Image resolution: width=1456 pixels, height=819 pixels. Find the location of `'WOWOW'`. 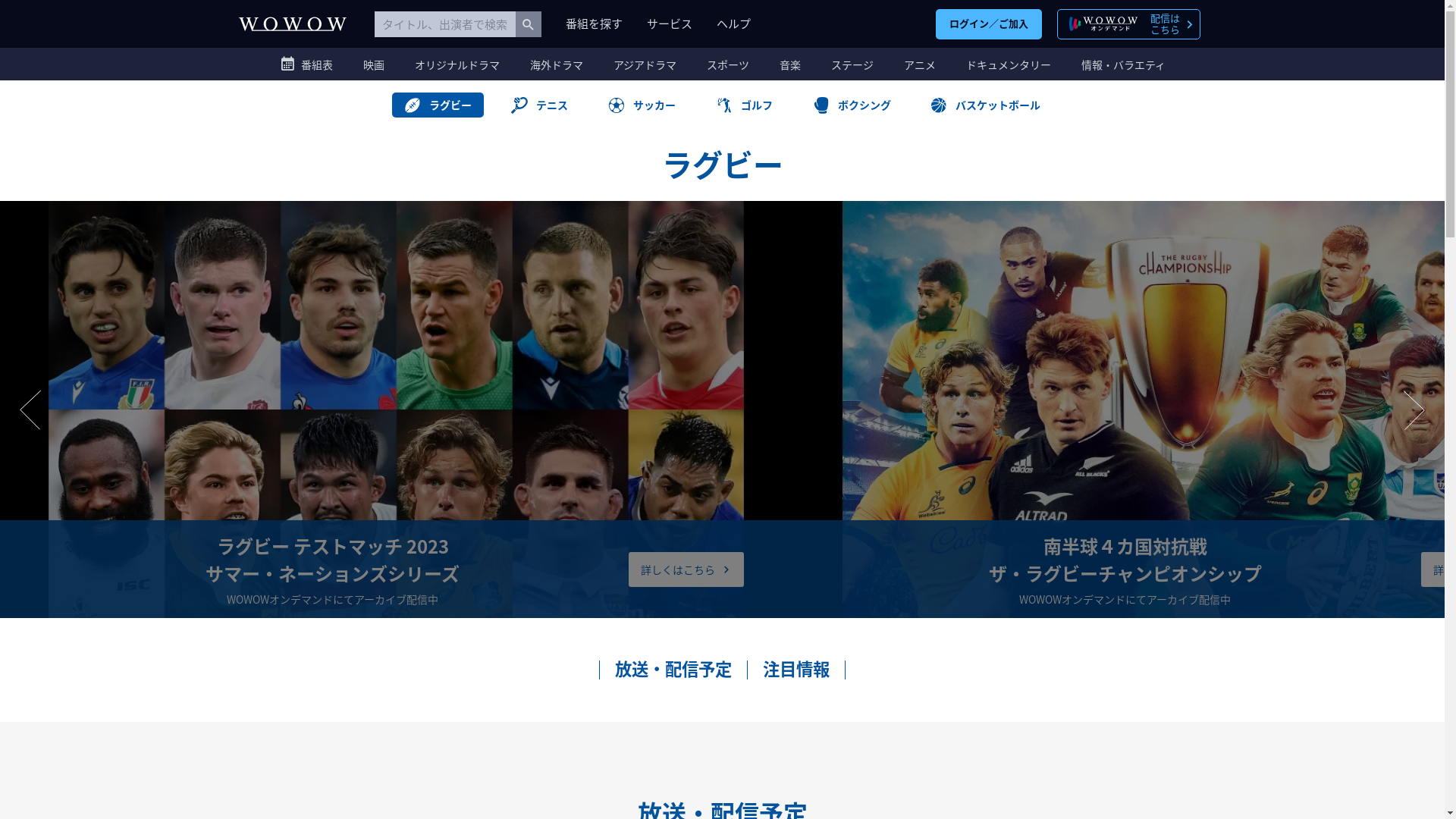

'WOWOW' is located at coordinates (291, 24).